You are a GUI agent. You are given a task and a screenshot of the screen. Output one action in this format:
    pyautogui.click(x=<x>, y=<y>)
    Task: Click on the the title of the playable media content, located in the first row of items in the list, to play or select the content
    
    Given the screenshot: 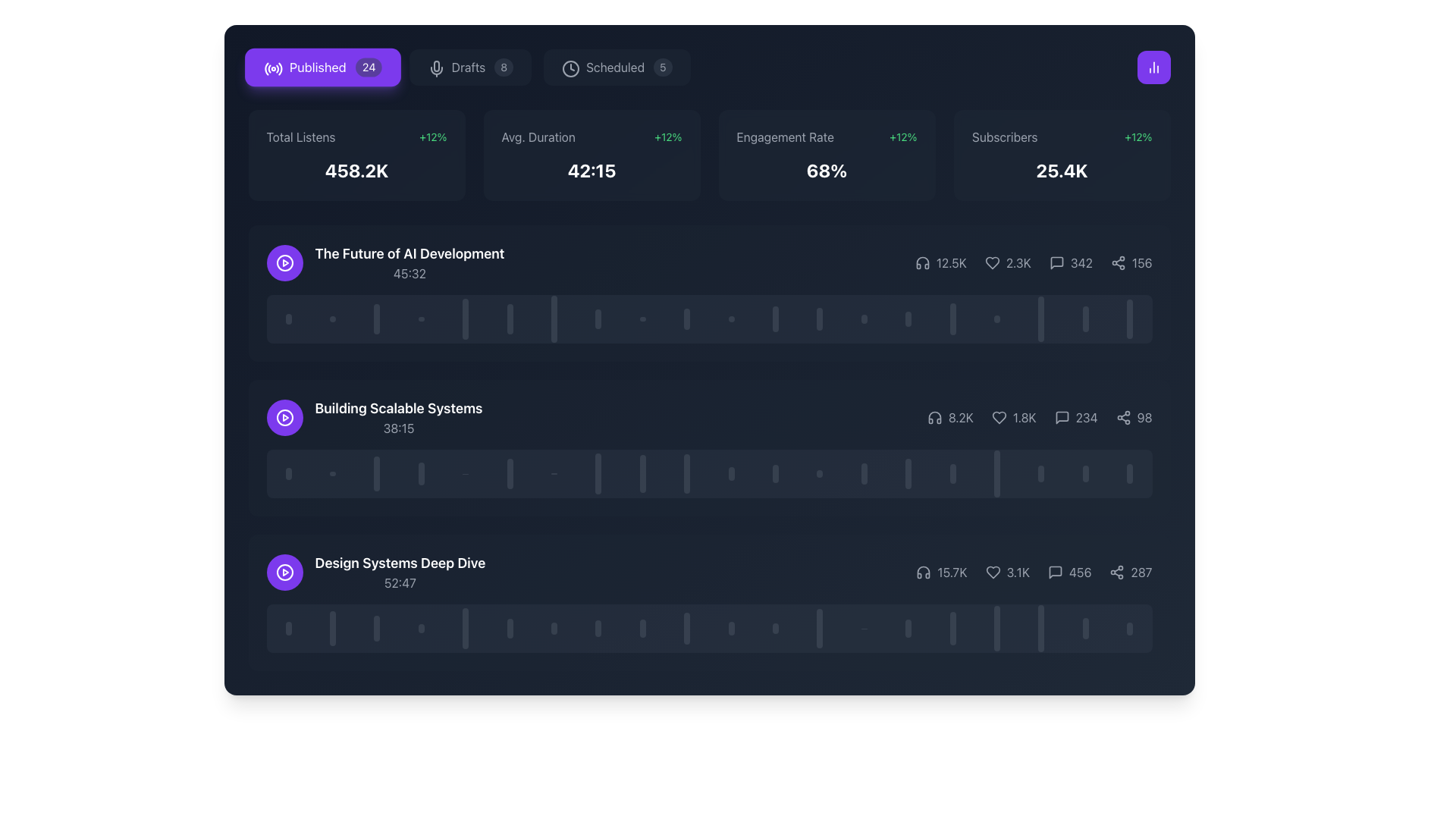 What is the action you would take?
    pyautogui.click(x=409, y=262)
    